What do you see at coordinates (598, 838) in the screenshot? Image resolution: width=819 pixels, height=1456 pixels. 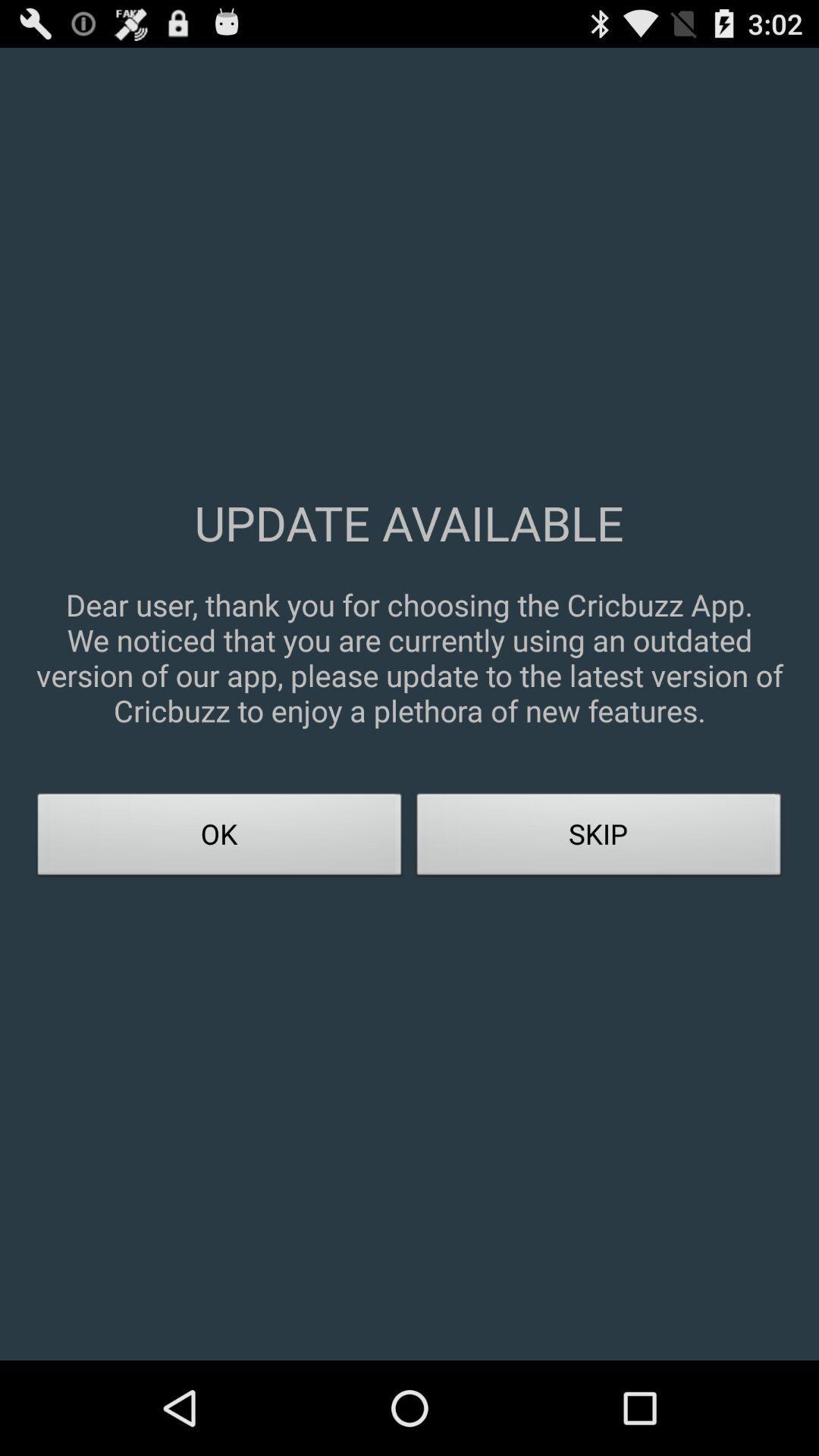 I see `item below the dear user thank` at bounding box center [598, 838].